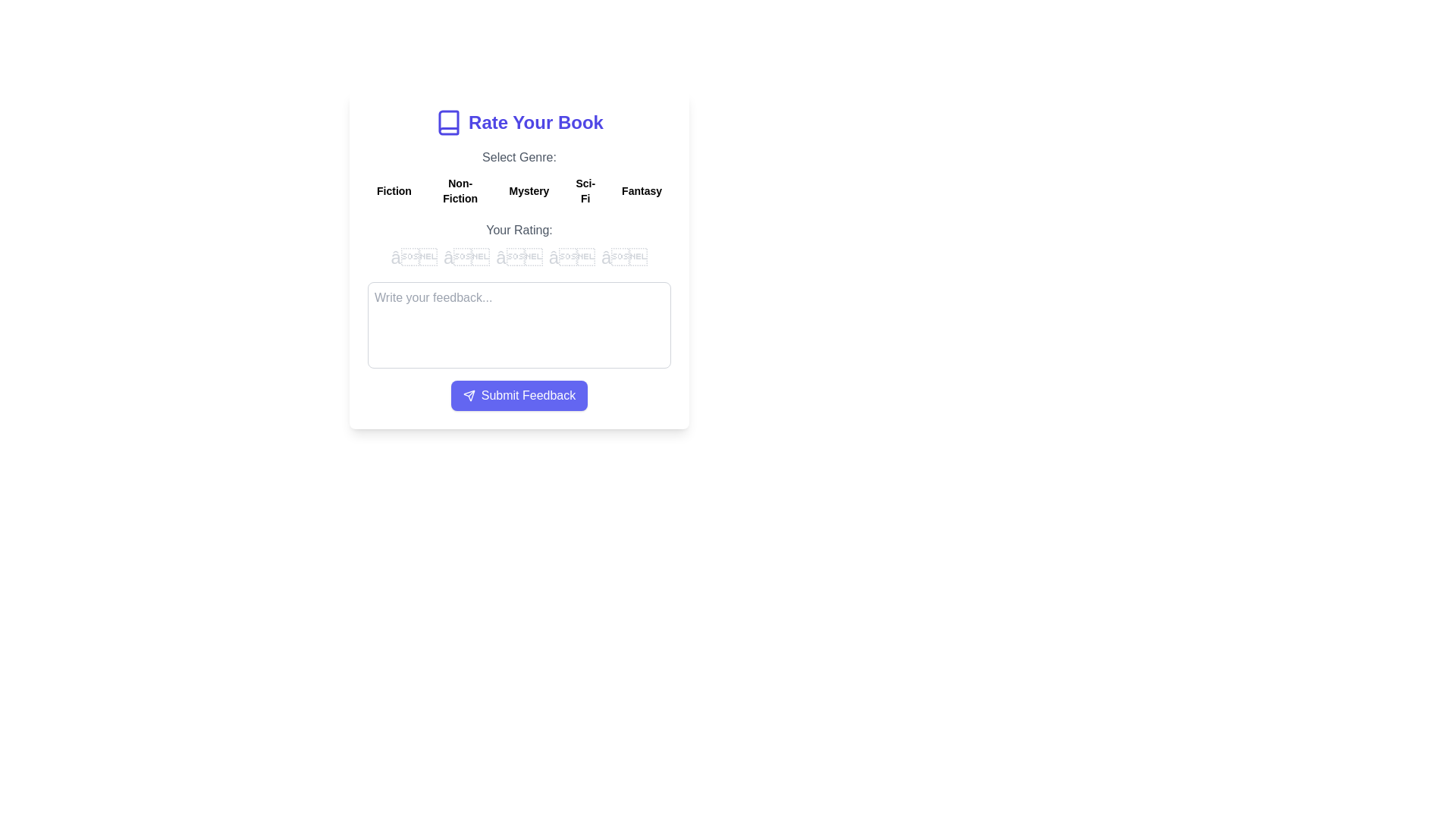 The width and height of the screenshot is (1456, 819). I want to click on the 'Sci-Fi' button, which is the fourth genre-selection tag styled with a soft background and rounded corners, positioned below the 'Select Genre' label, so click(585, 190).